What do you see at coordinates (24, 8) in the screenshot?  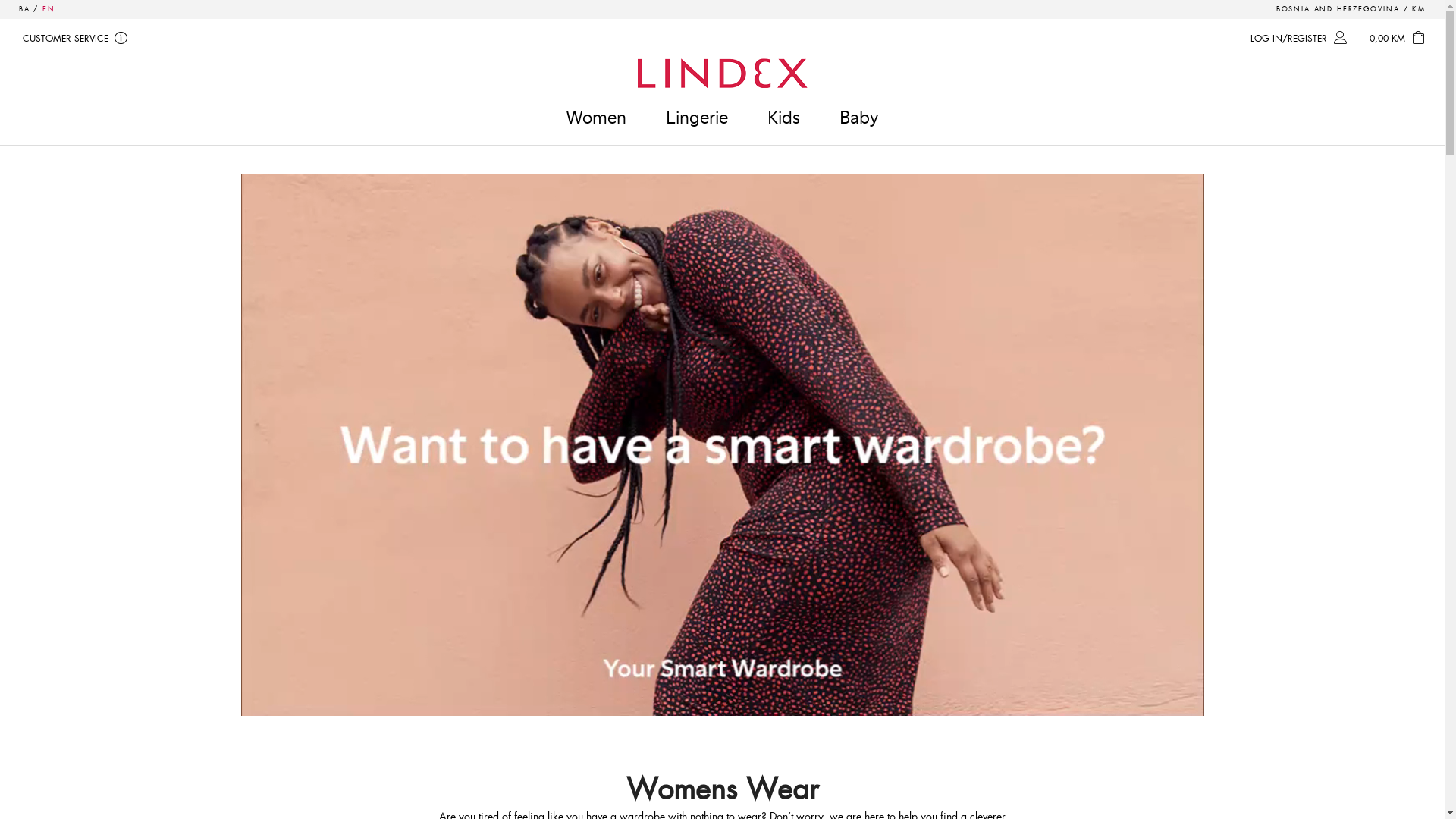 I see `'BA'` at bounding box center [24, 8].